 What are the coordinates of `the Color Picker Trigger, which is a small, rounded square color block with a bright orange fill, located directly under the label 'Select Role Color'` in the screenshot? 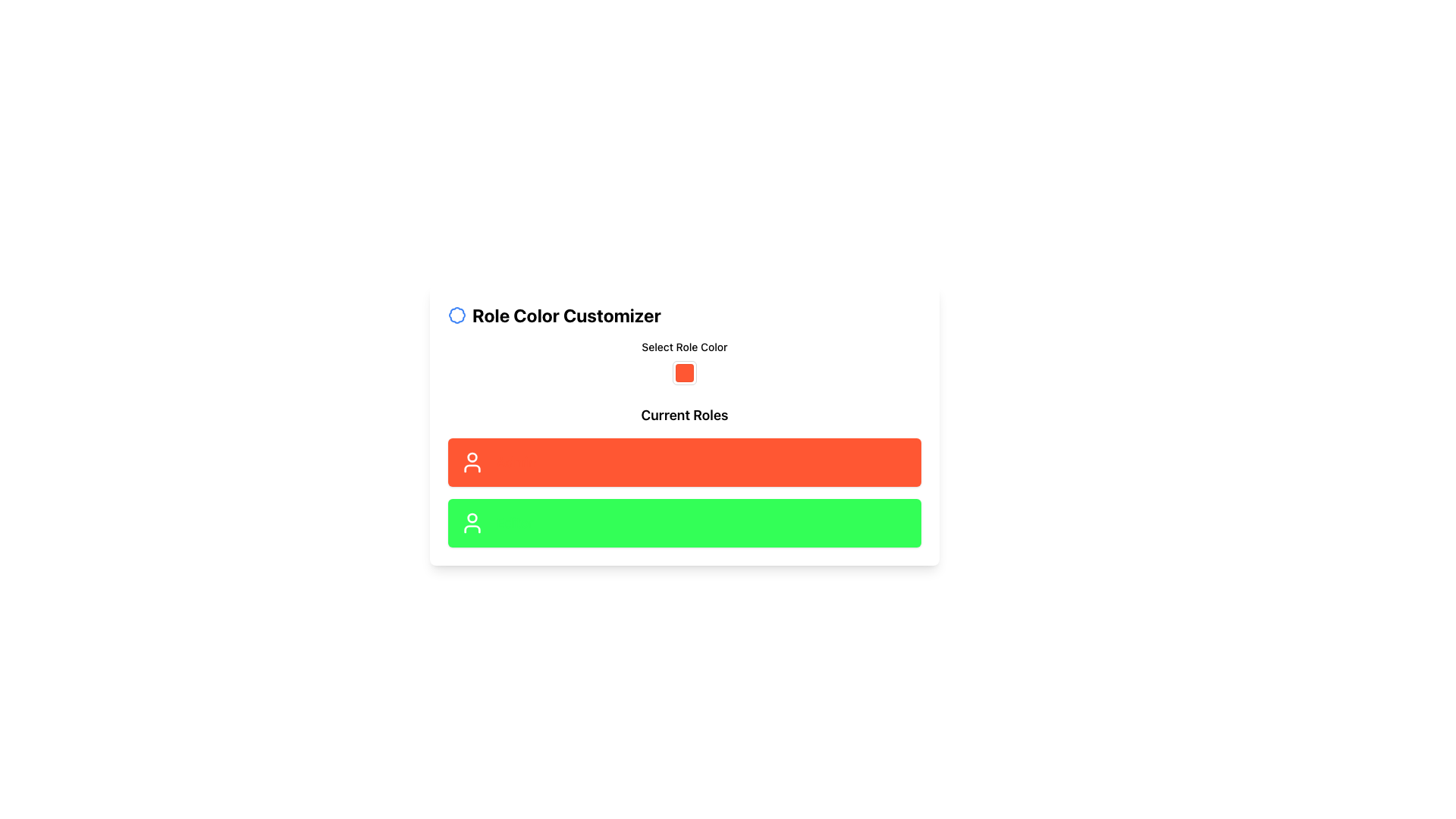 It's located at (683, 373).